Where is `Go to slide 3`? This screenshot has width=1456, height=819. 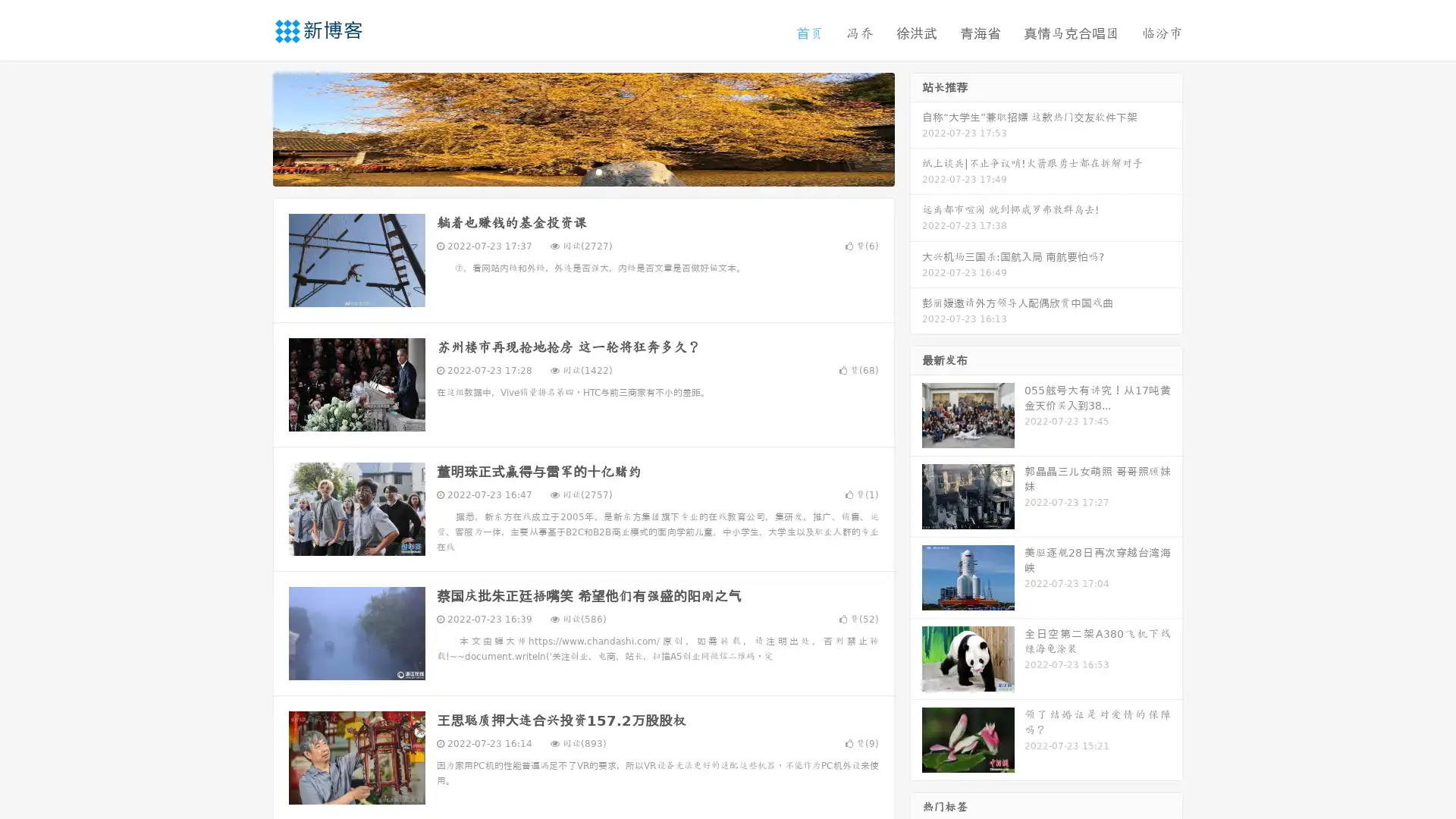 Go to slide 3 is located at coordinates (598, 171).